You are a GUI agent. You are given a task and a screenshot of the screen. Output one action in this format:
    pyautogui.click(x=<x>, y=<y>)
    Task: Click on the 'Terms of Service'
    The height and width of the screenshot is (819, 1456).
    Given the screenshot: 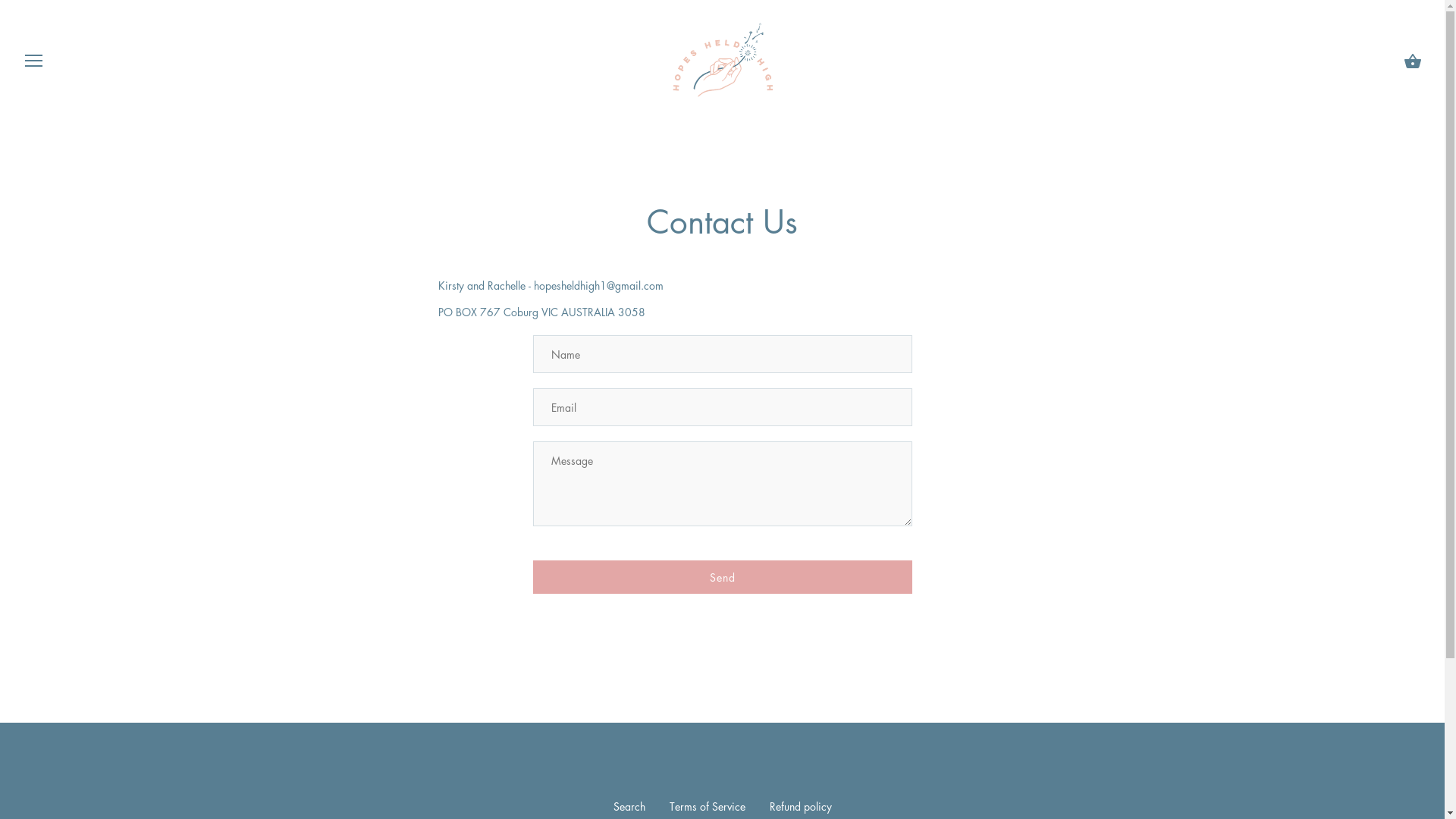 What is the action you would take?
    pyautogui.click(x=668, y=805)
    